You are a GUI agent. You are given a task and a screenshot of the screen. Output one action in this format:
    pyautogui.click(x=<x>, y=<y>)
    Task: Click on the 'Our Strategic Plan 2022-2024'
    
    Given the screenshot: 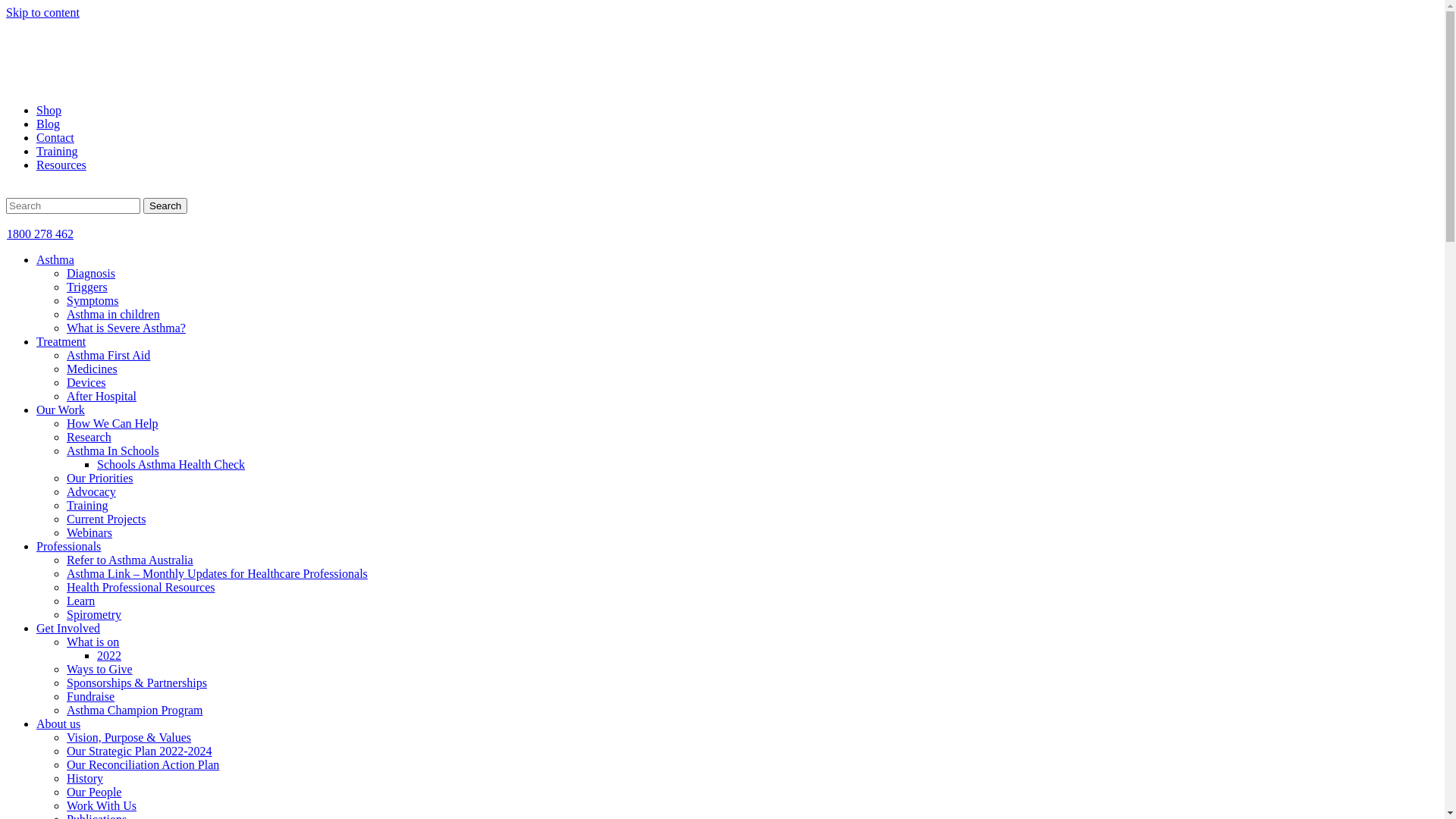 What is the action you would take?
    pyautogui.click(x=139, y=751)
    